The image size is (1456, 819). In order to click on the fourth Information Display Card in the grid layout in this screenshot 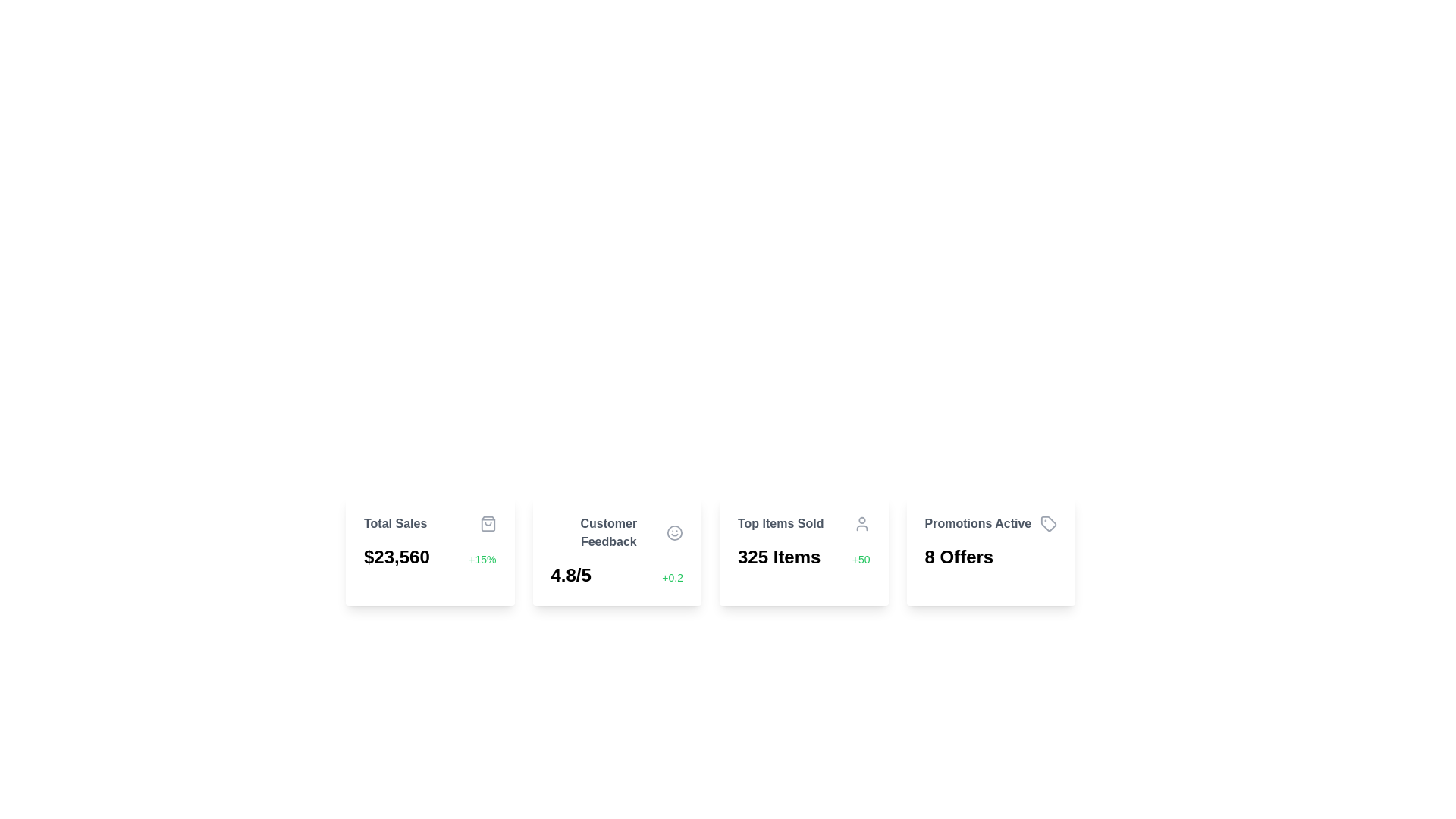, I will do `click(990, 551)`.